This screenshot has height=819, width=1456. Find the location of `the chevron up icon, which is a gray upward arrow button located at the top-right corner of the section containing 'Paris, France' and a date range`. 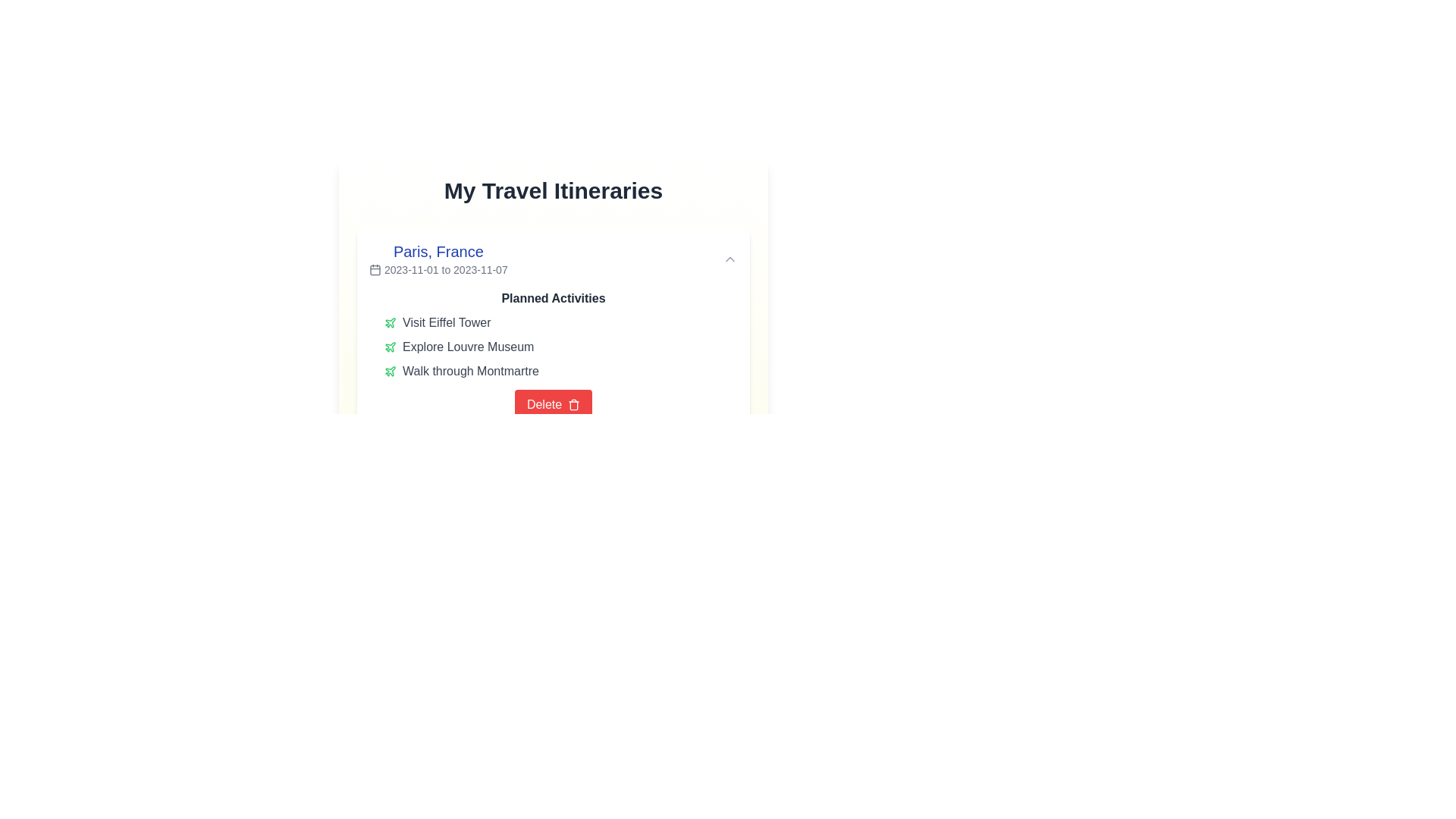

the chevron up icon, which is a gray upward arrow button located at the top-right corner of the section containing 'Paris, France' and a date range is located at coordinates (730, 259).